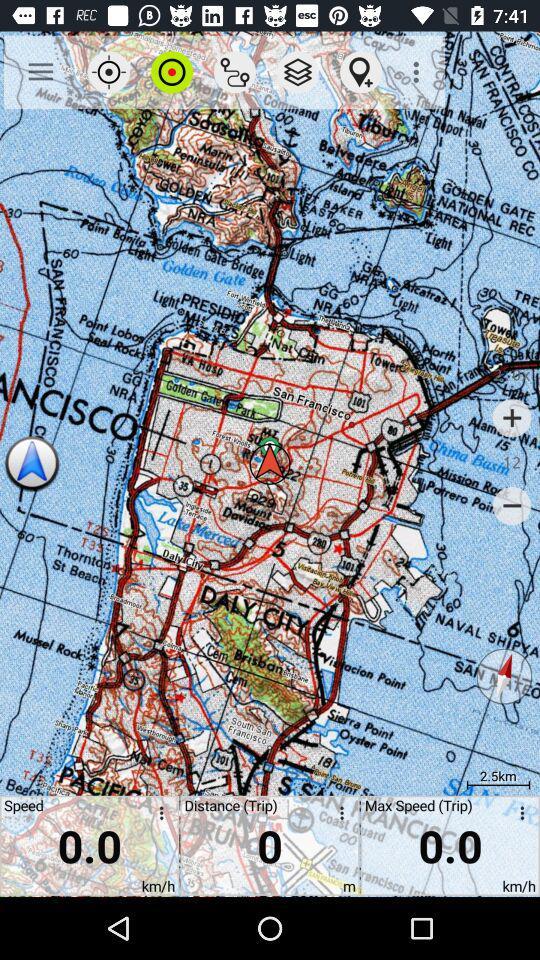 This screenshot has height=960, width=540. I want to click on the more icon, so click(518, 816).